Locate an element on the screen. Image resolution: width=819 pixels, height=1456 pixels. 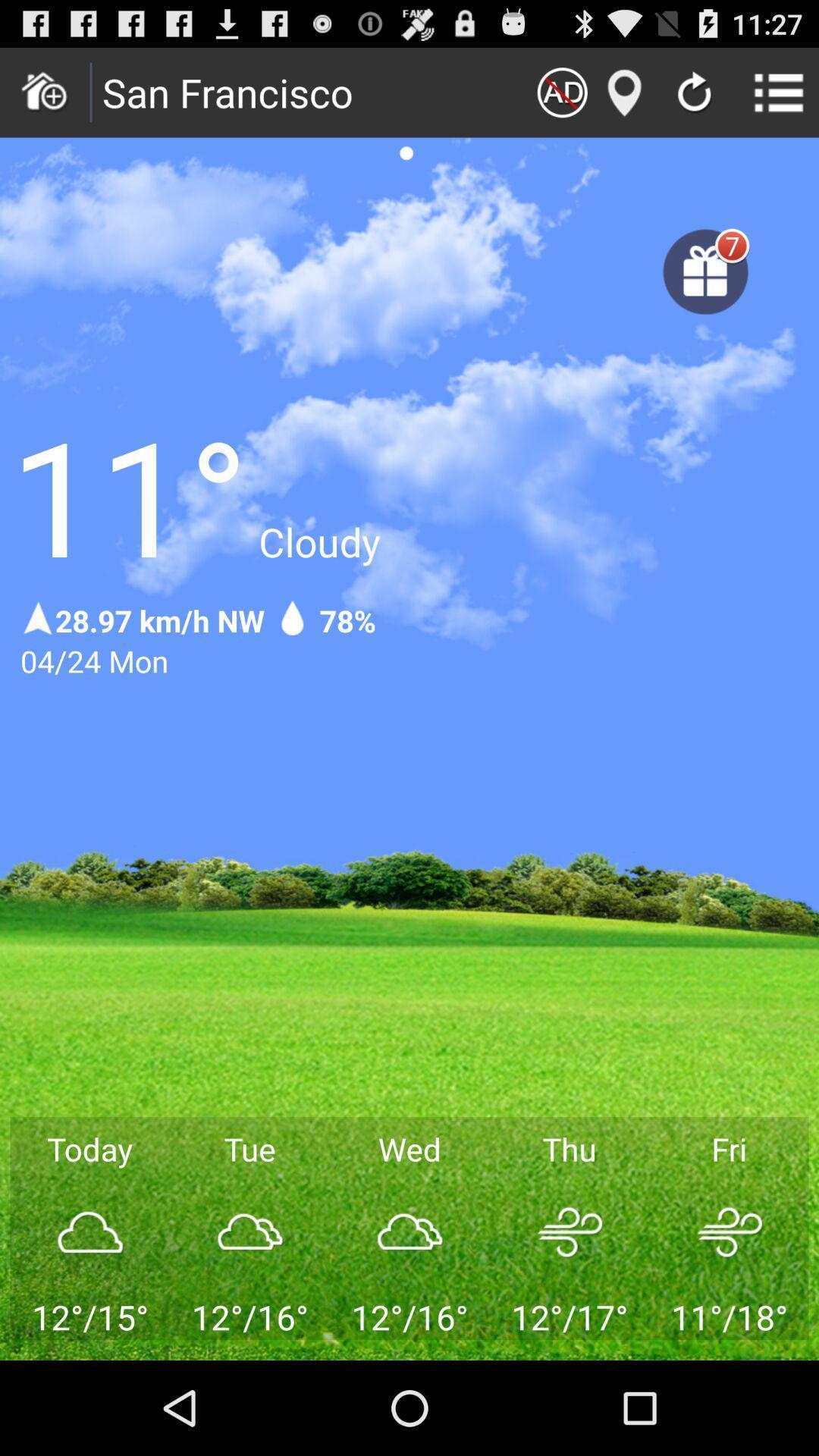
the location icon is located at coordinates (624, 98).